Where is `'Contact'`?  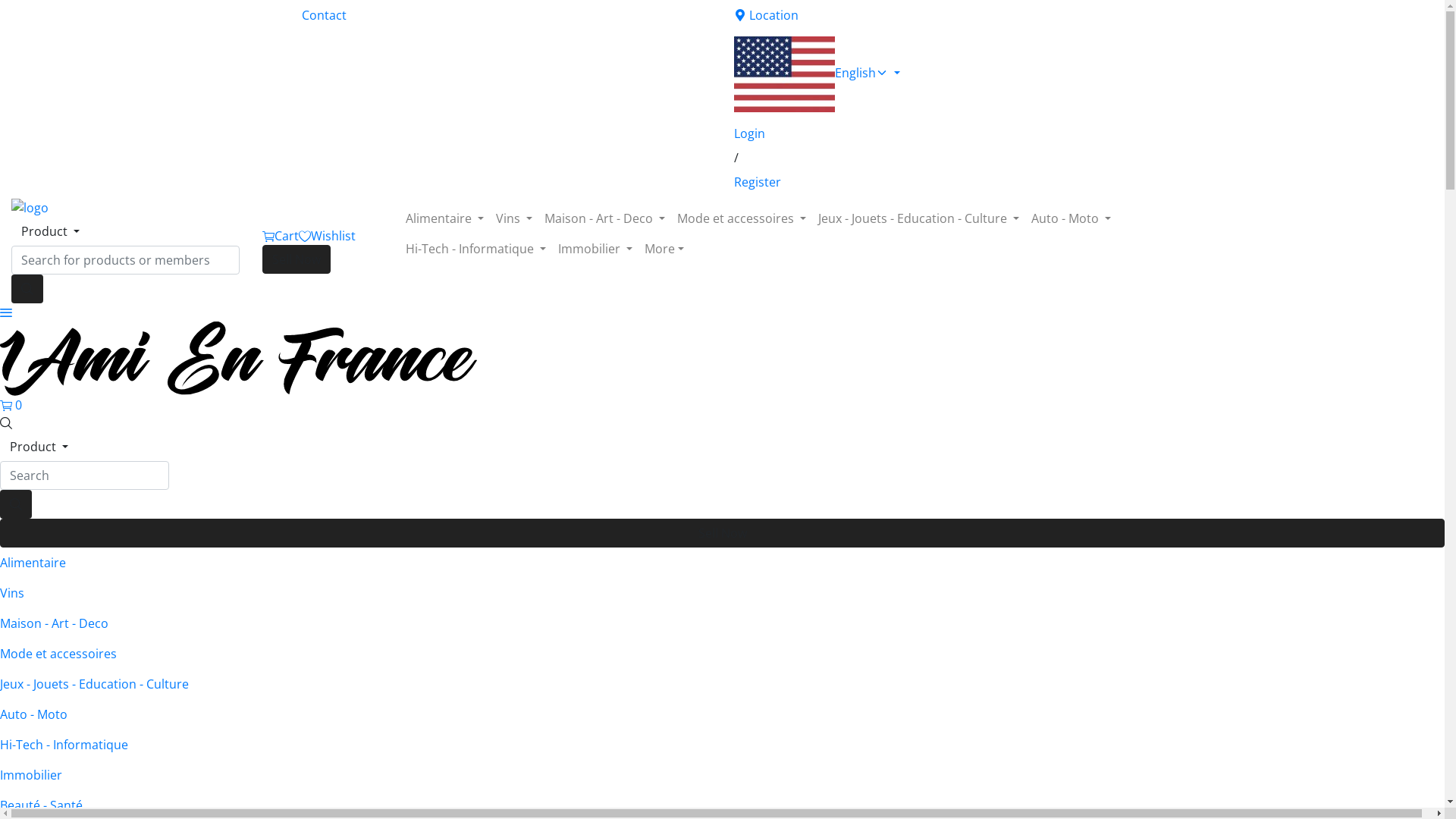
'Contact' is located at coordinates (506, 14).